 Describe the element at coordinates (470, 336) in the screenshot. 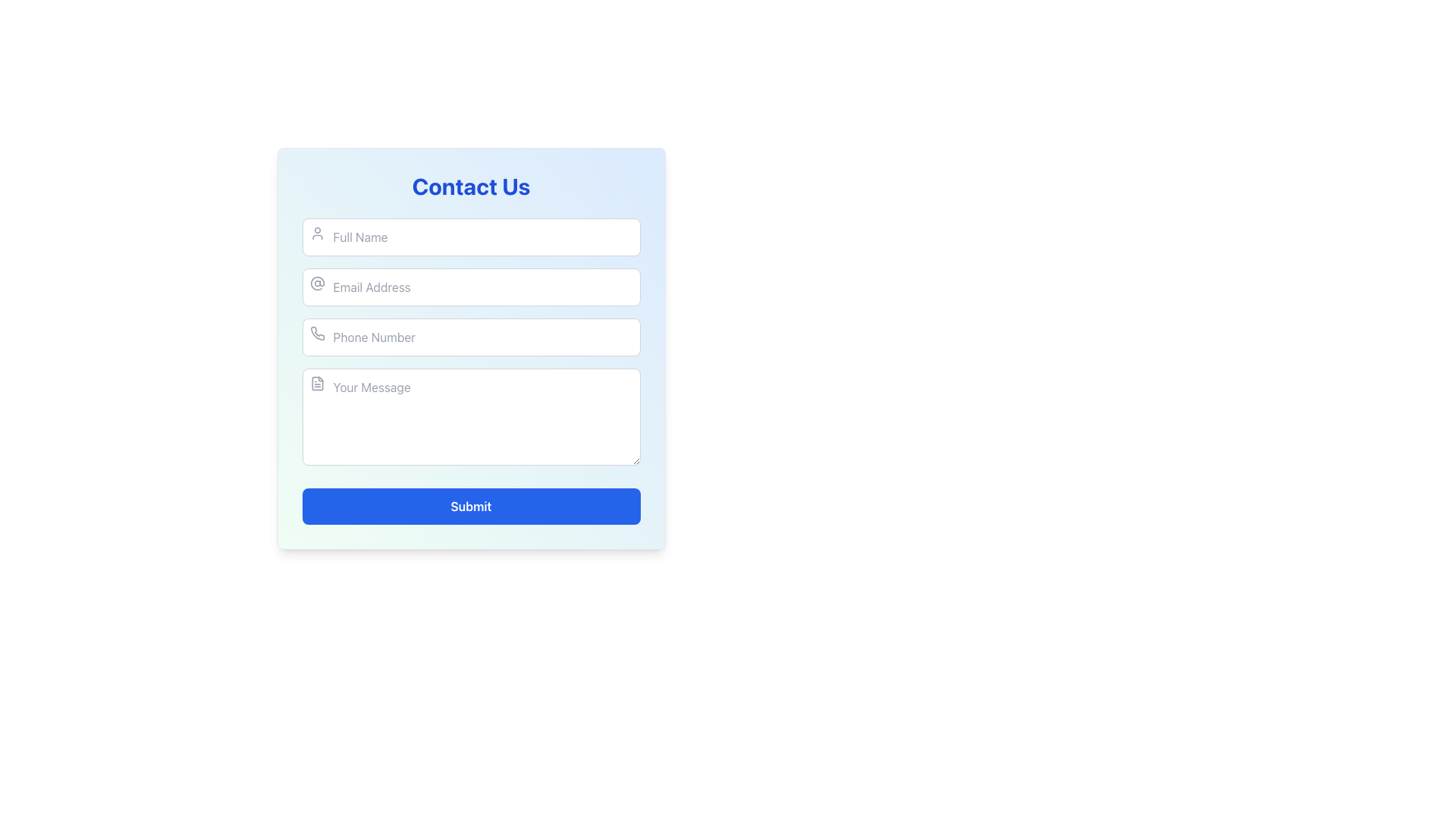

I see `the phone number input field to focus and begin typing` at that location.